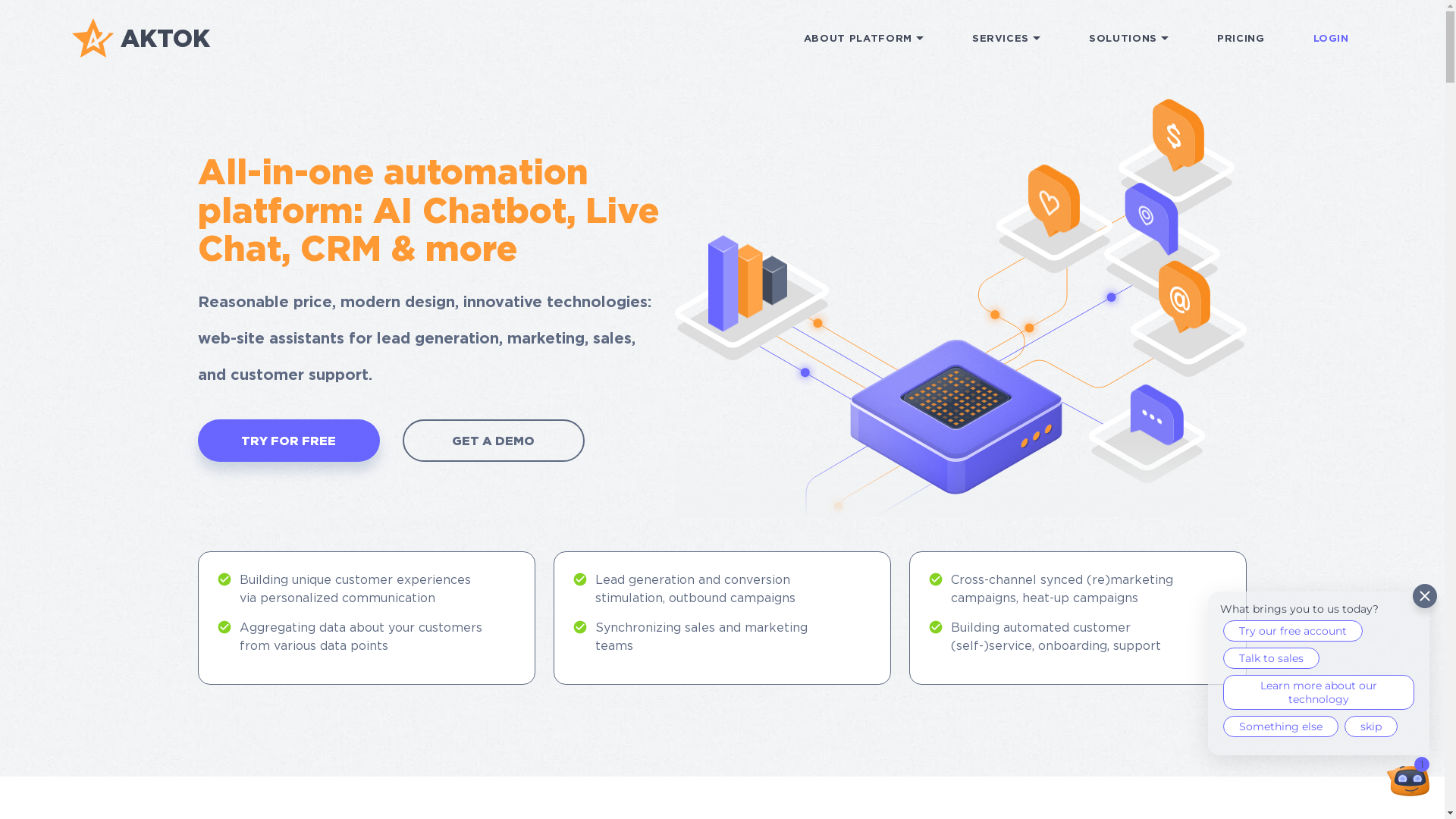 The height and width of the screenshot is (819, 1456). What do you see at coordinates (1317, 692) in the screenshot?
I see `'Learn more about our technology'` at bounding box center [1317, 692].